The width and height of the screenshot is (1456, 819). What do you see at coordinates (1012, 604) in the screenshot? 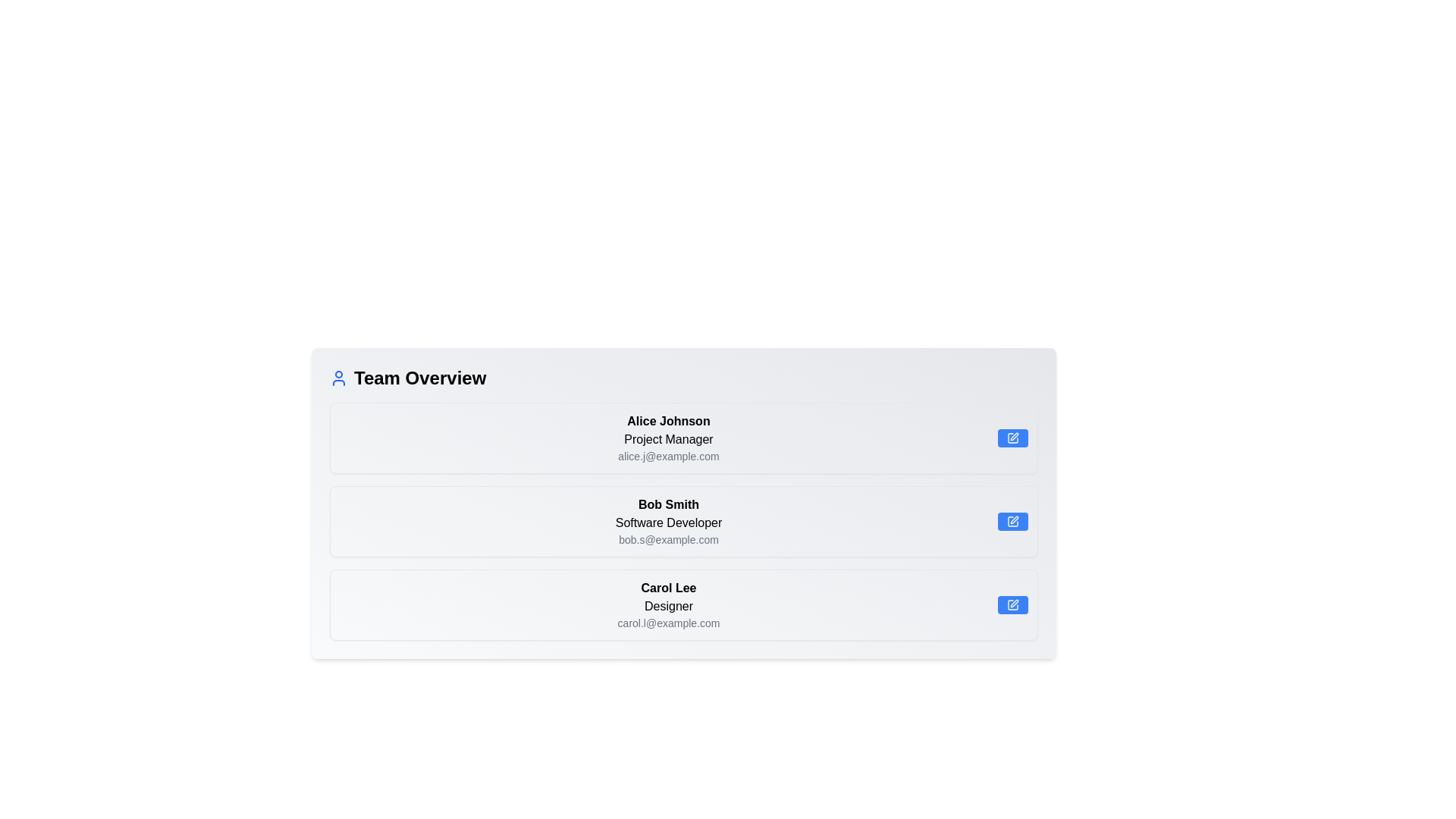
I see `the pen icon button with a blue background located to the right of the third team member (Carol Lee, Designer, carol.l@example.com) in the vertically stacked list` at bounding box center [1012, 604].